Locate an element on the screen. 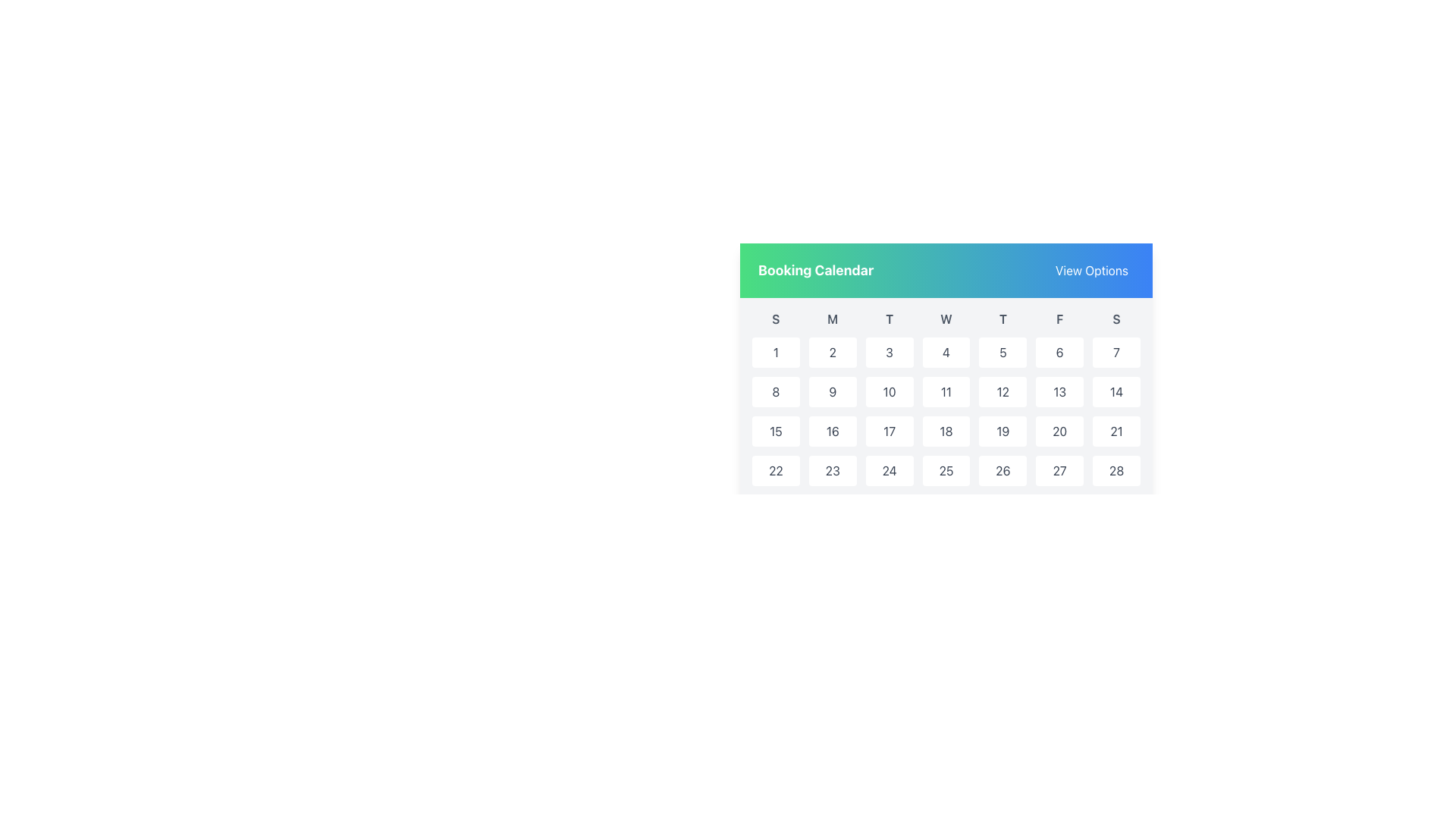  the text label indicating 'Friday' in the calendar header, which is the sixth element in the row for days of the week is located at coordinates (1059, 318).